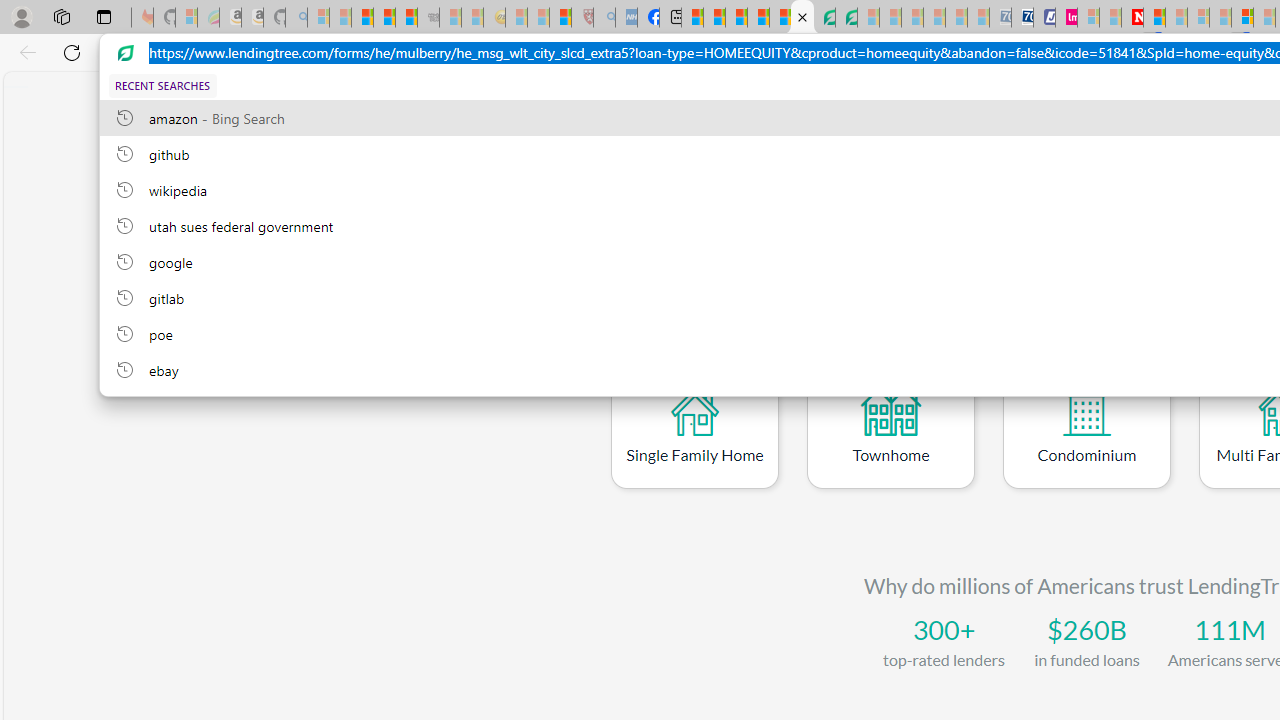 Image resolution: width=1280 pixels, height=720 pixels. What do you see at coordinates (362, 17) in the screenshot?
I see `'The Weather Channel - MSN'` at bounding box center [362, 17].